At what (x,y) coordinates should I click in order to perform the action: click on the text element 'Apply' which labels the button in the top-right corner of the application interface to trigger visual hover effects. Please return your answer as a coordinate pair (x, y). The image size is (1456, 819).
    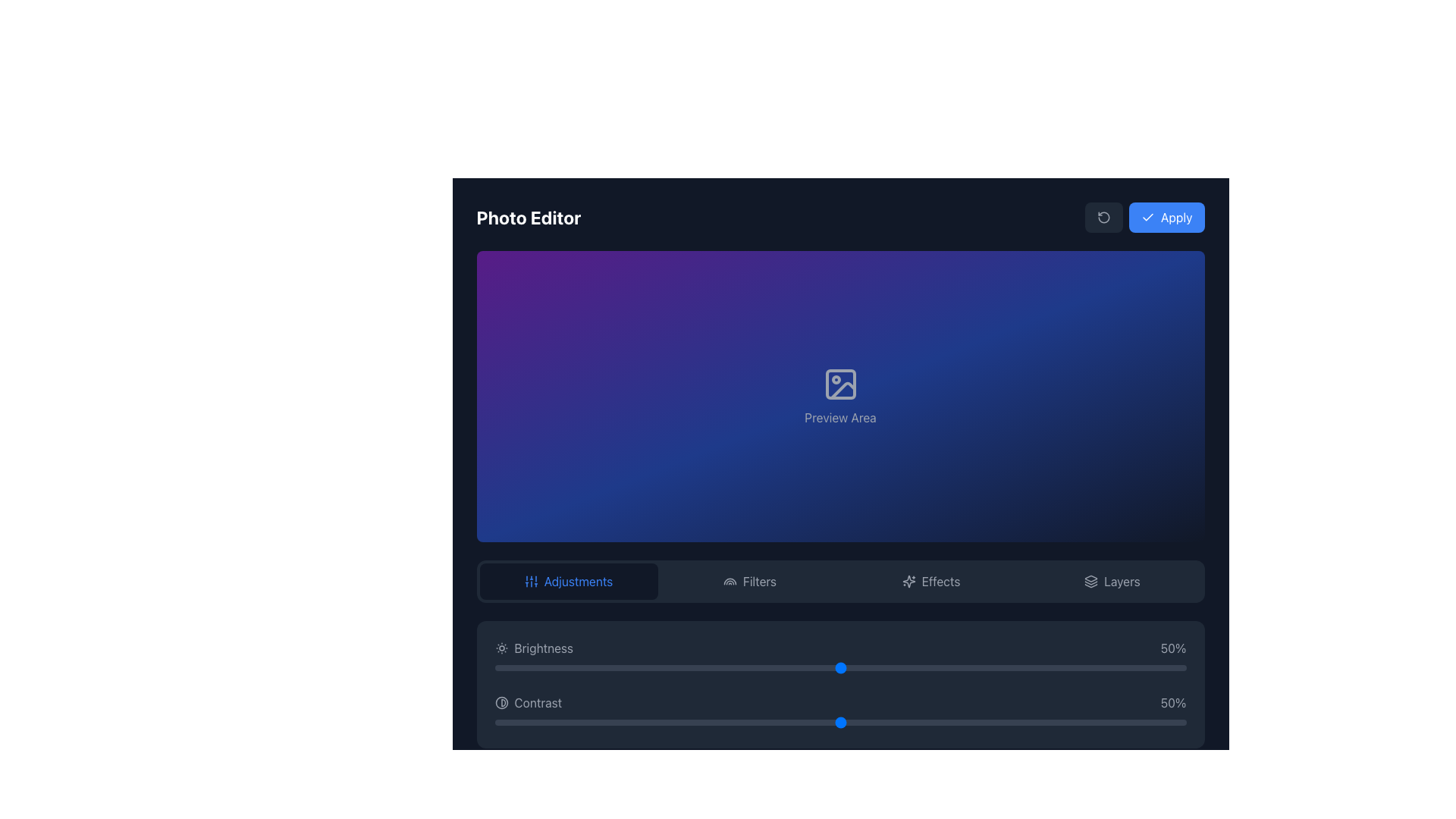
    Looking at the image, I should click on (1175, 217).